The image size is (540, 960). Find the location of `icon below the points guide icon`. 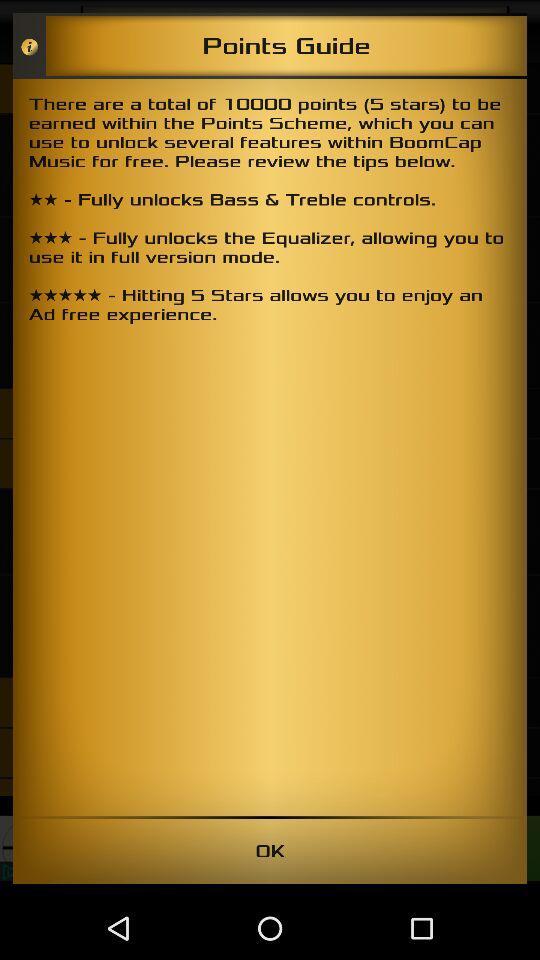

icon below the points guide icon is located at coordinates (270, 447).